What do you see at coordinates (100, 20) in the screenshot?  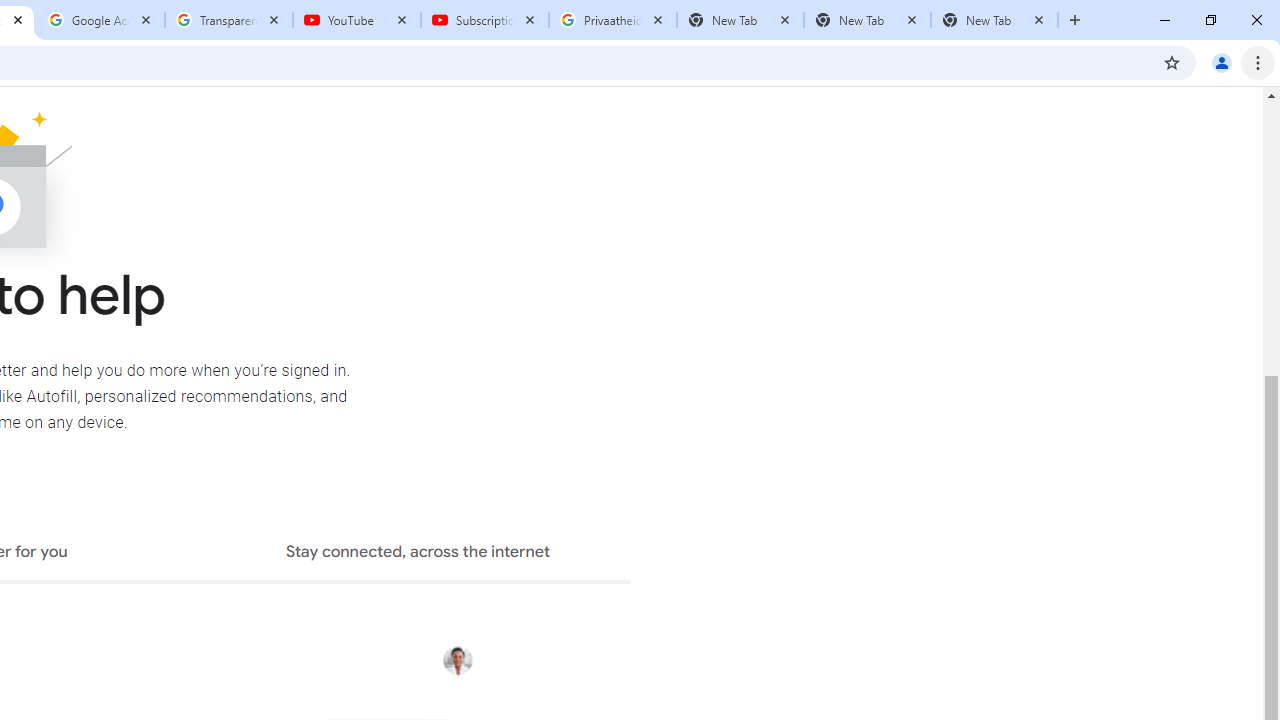 I see `'Google Account'` at bounding box center [100, 20].